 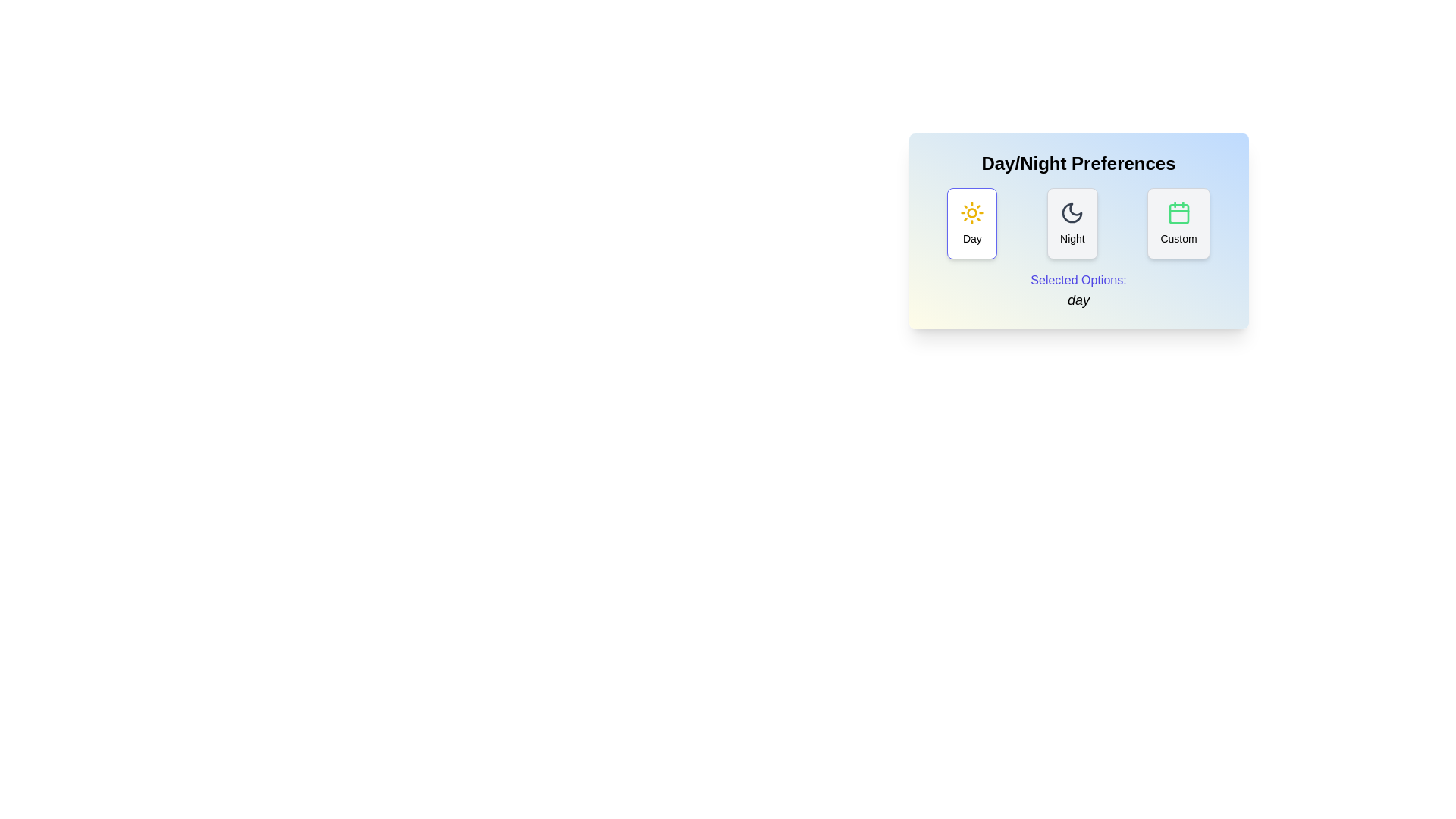 I want to click on the visual elements for the option Custom to inspect its icon and label, so click(x=1178, y=223).